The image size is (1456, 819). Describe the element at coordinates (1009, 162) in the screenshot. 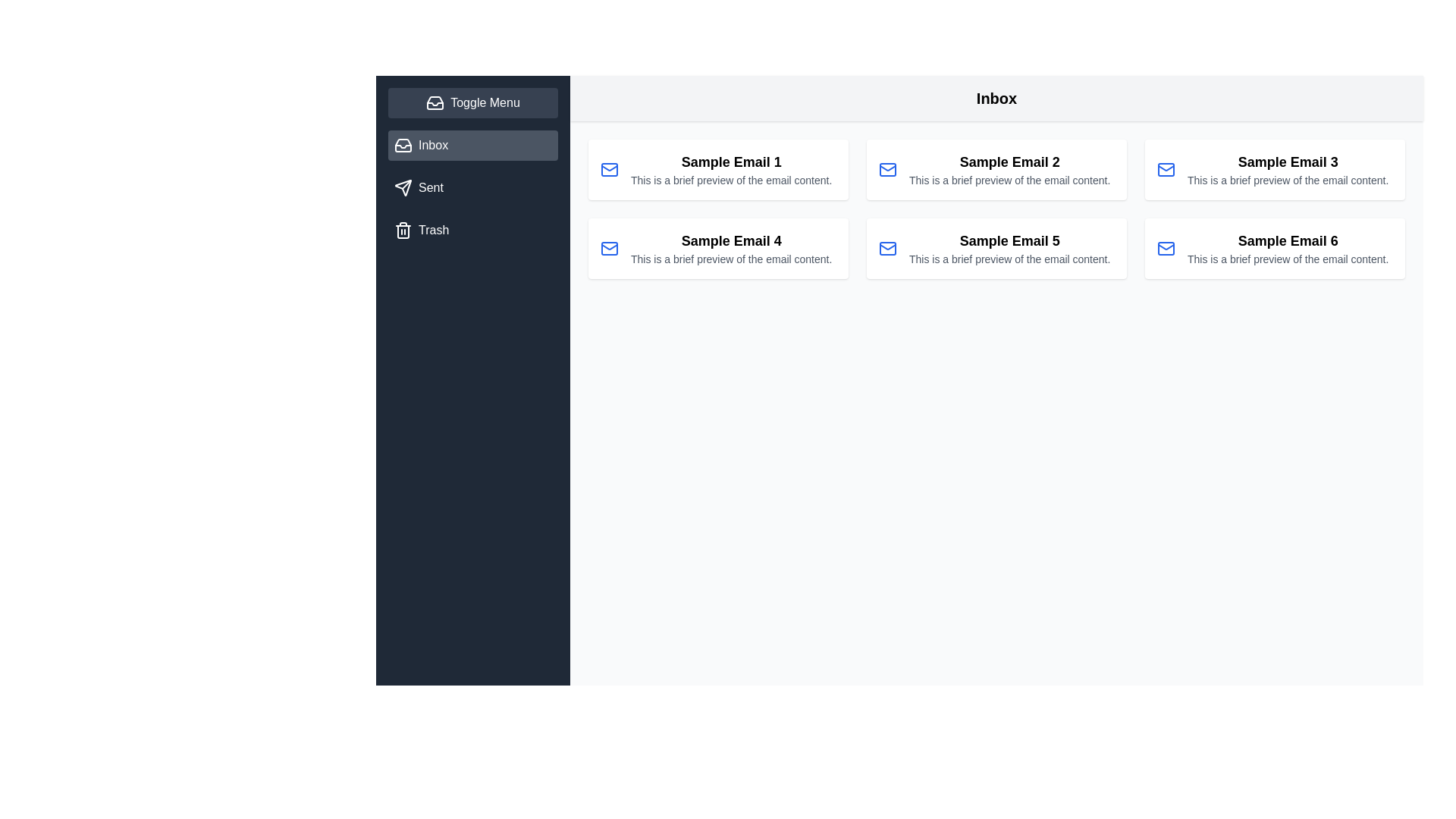

I see `text displayed on the 'Sample Email 2' label, which is a medium-large bold font text located in the second column of the email previews grid` at that location.